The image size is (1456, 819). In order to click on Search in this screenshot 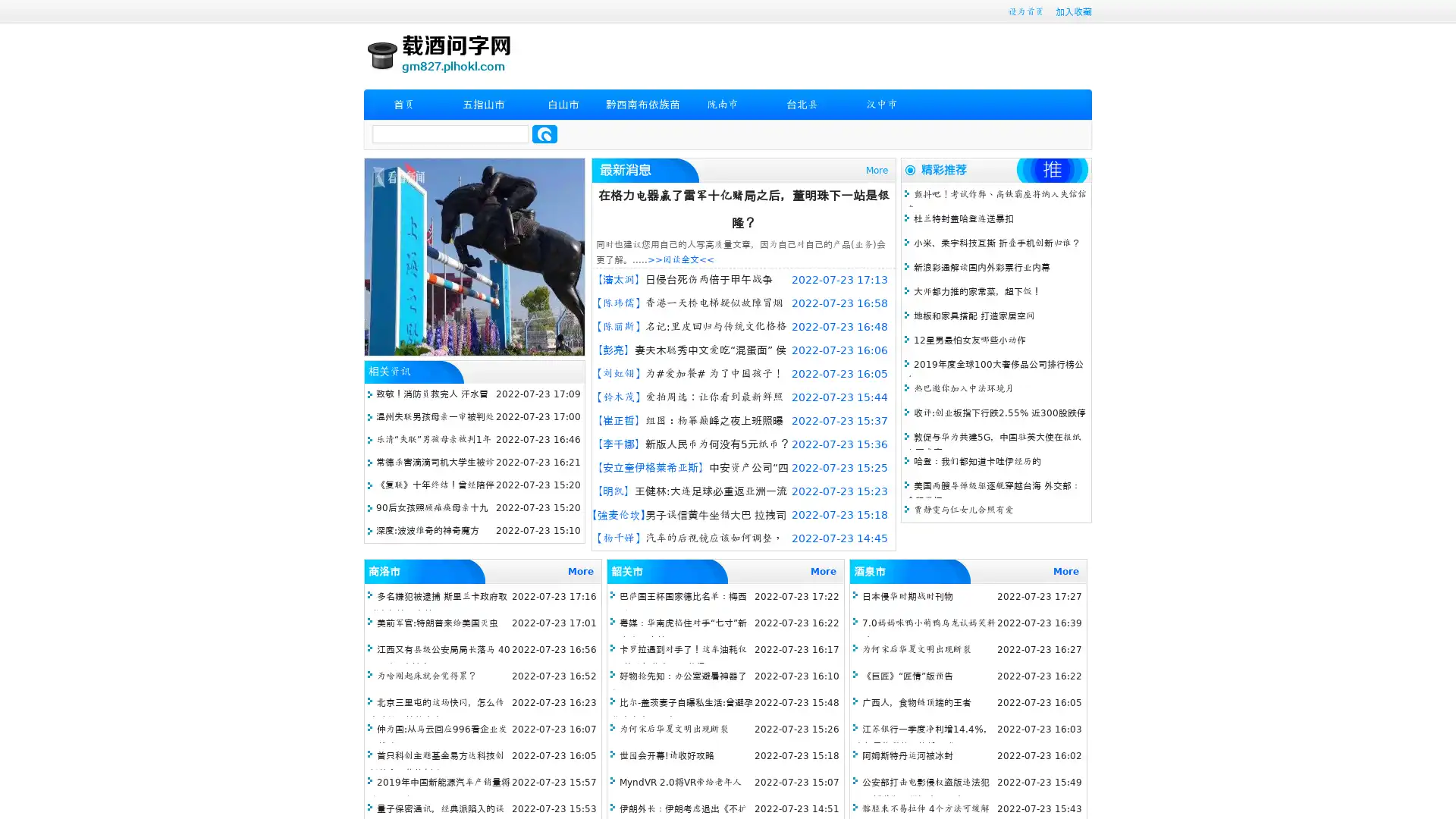, I will do `click(544, 133)`.